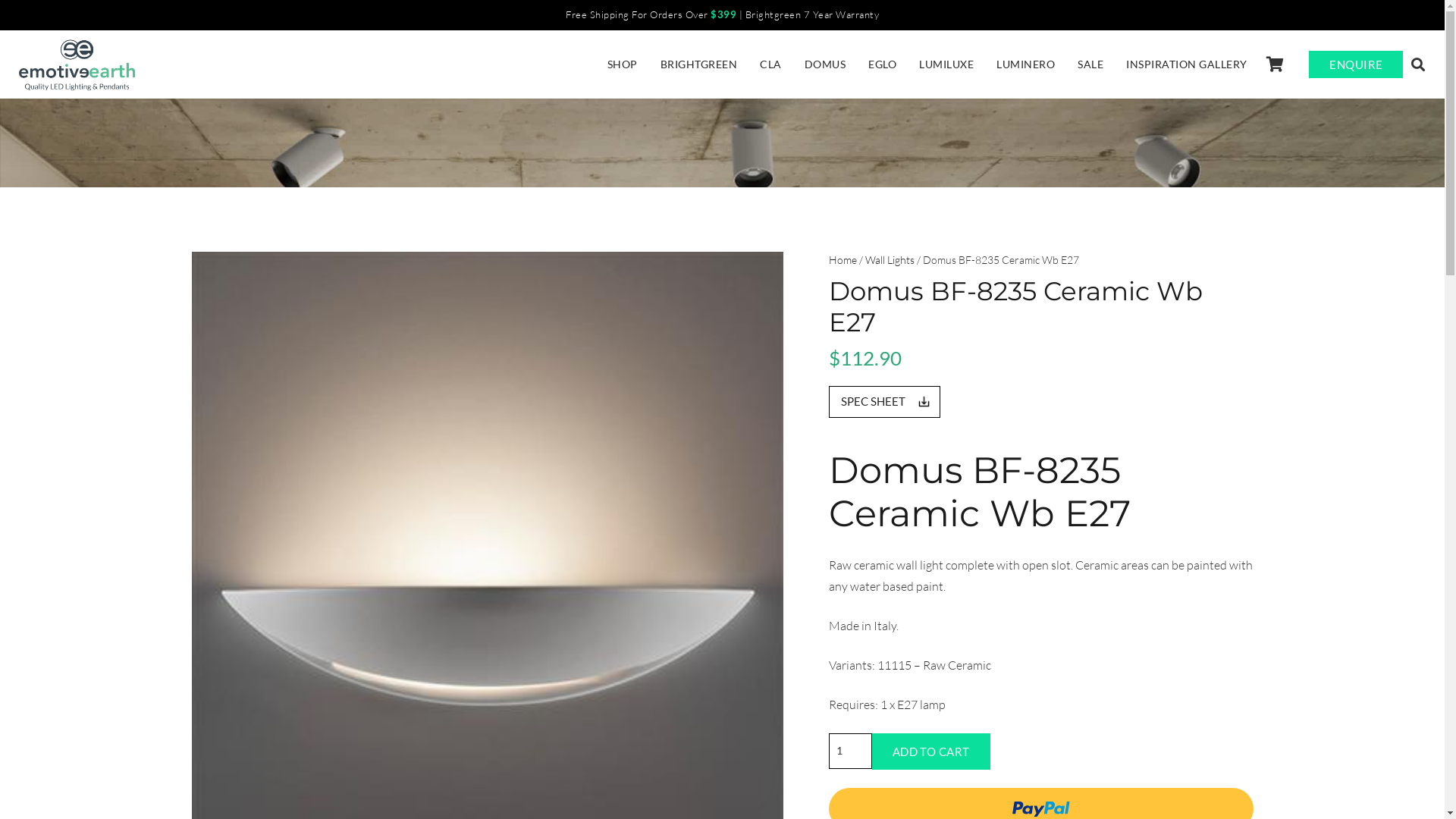 Image resolution: width=1456 pixels, height=819 pixels. Describe the element at coordinates (1090, 63) in the screenshot. I see `'SALE'` at that location.